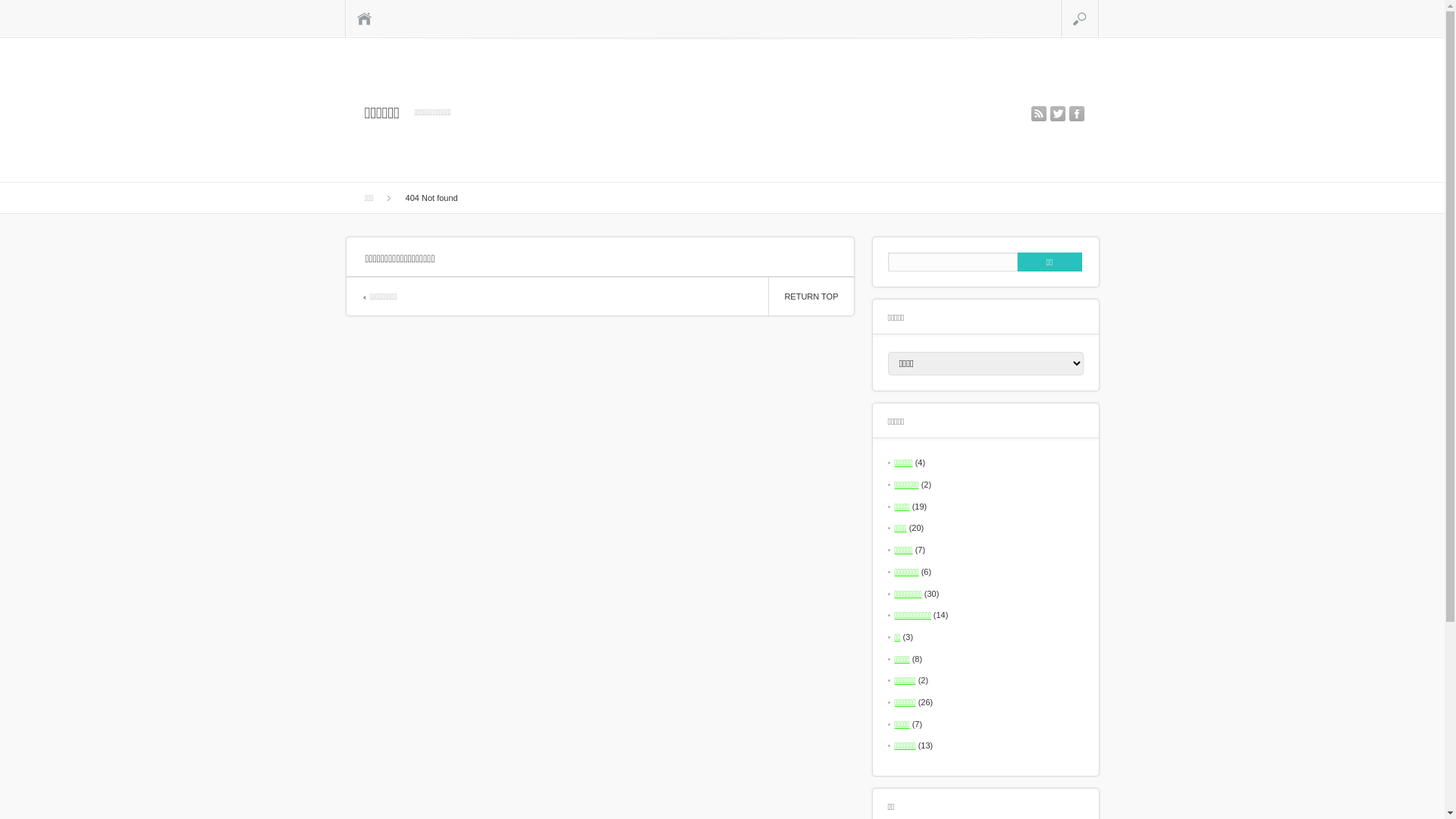  Describe the element at coordinates (1031, 113) in the screenshot. I see `'rss'` at that location.